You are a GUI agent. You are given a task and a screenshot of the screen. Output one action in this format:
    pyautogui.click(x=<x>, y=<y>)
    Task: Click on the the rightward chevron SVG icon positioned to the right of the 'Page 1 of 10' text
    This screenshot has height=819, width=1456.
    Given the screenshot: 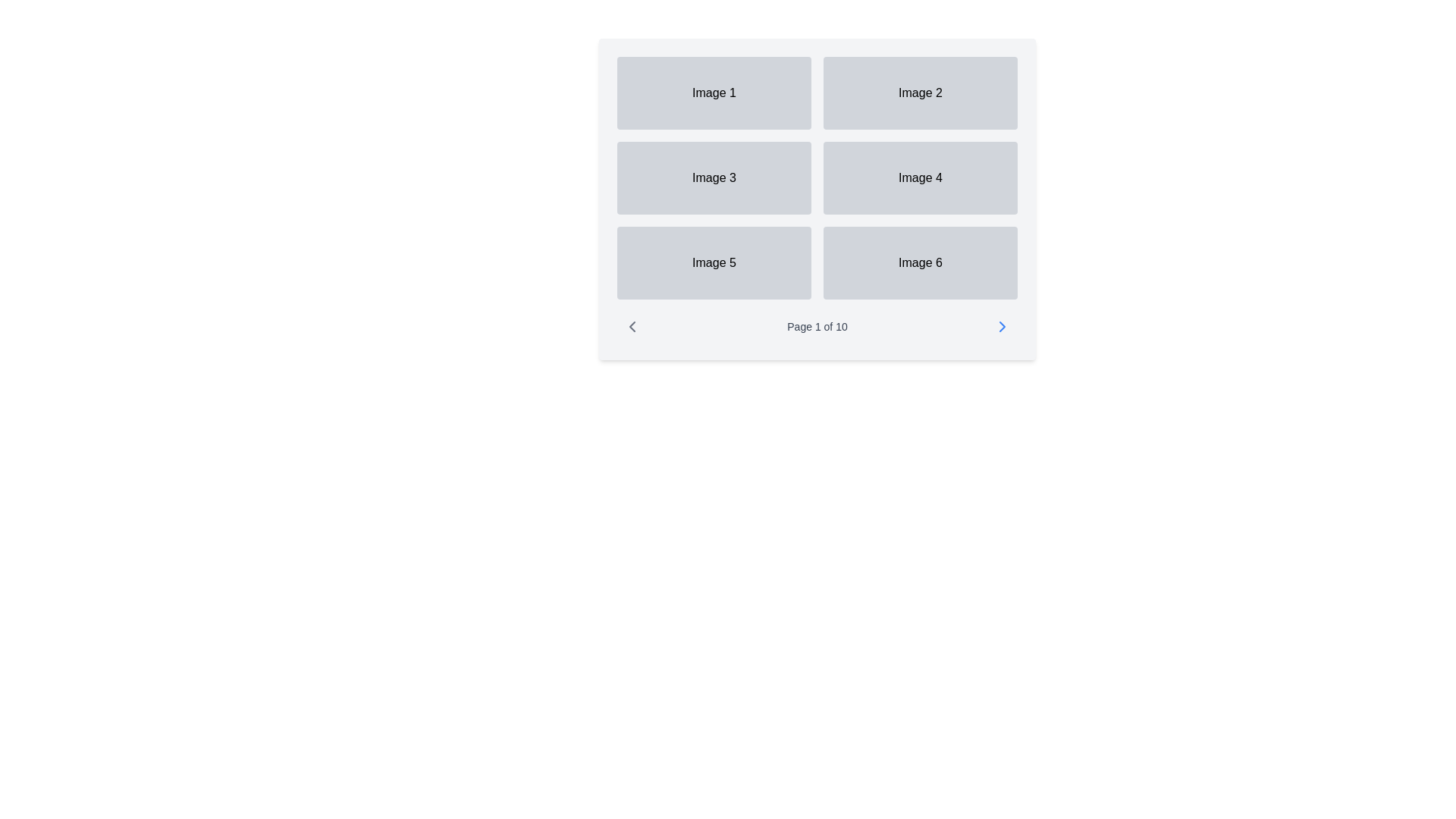 What is the action you would take?
    pyautogui.click(x=1002, y=326)
    